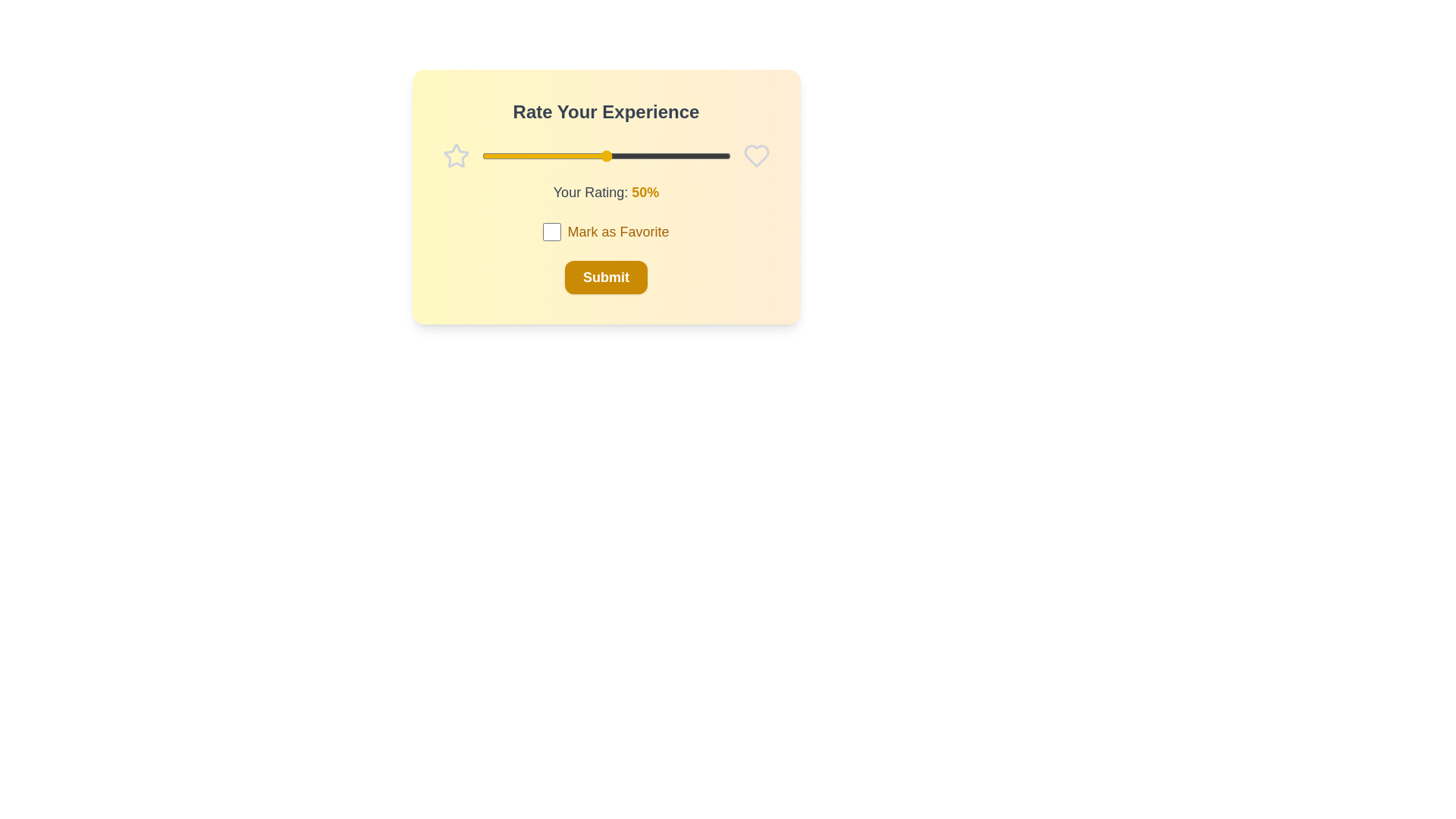  Describe the element at coordinates (551, 231) in the screenshot. I see `the checkbox to toggle the 'Mark as Favorite' option` at that location.